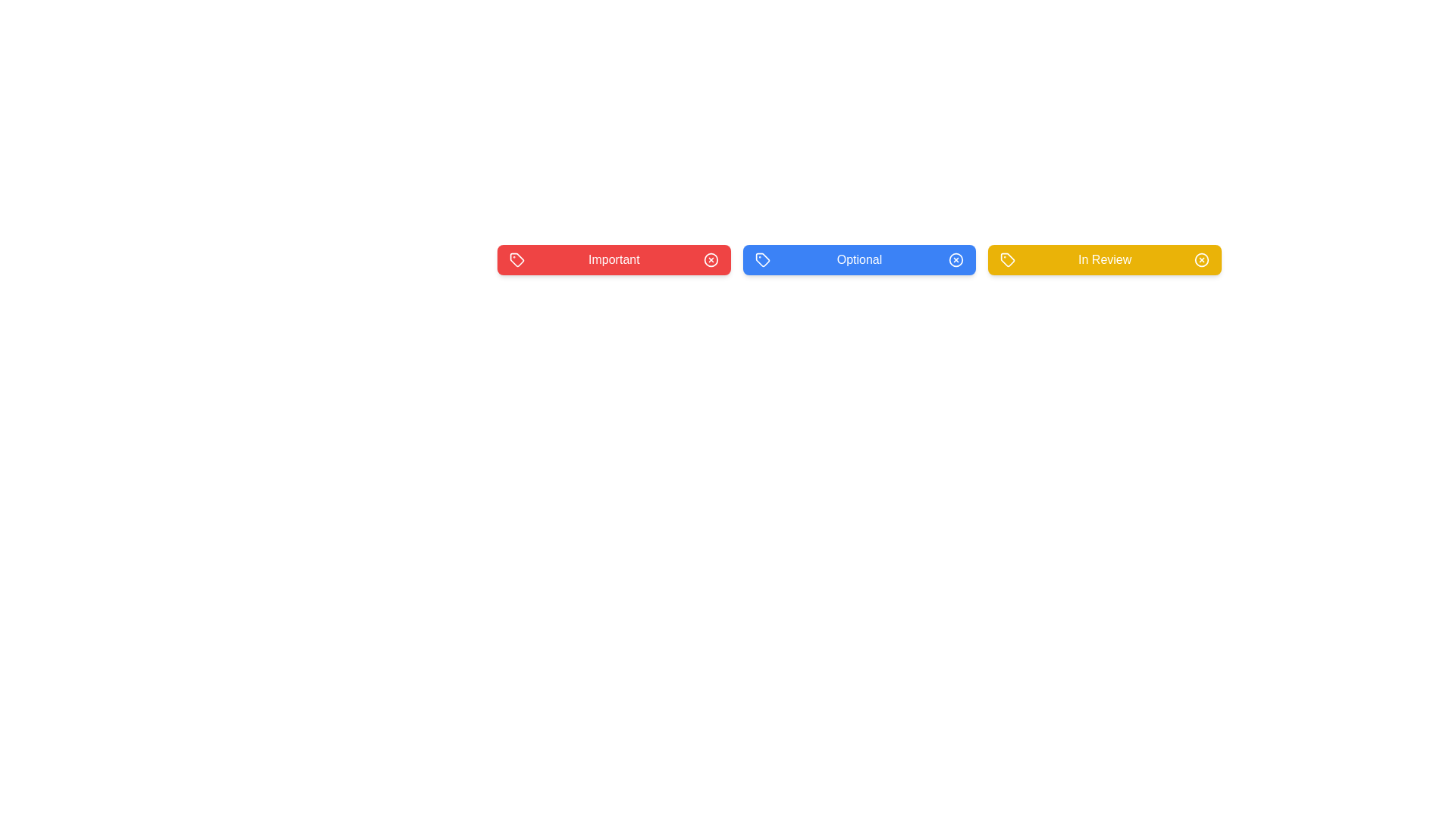  What do you see at coordinates (613, 259) in the screenshot?
I see `the tag labeled 'Important' to observe its hover effect` at bounding box center [613, 259].